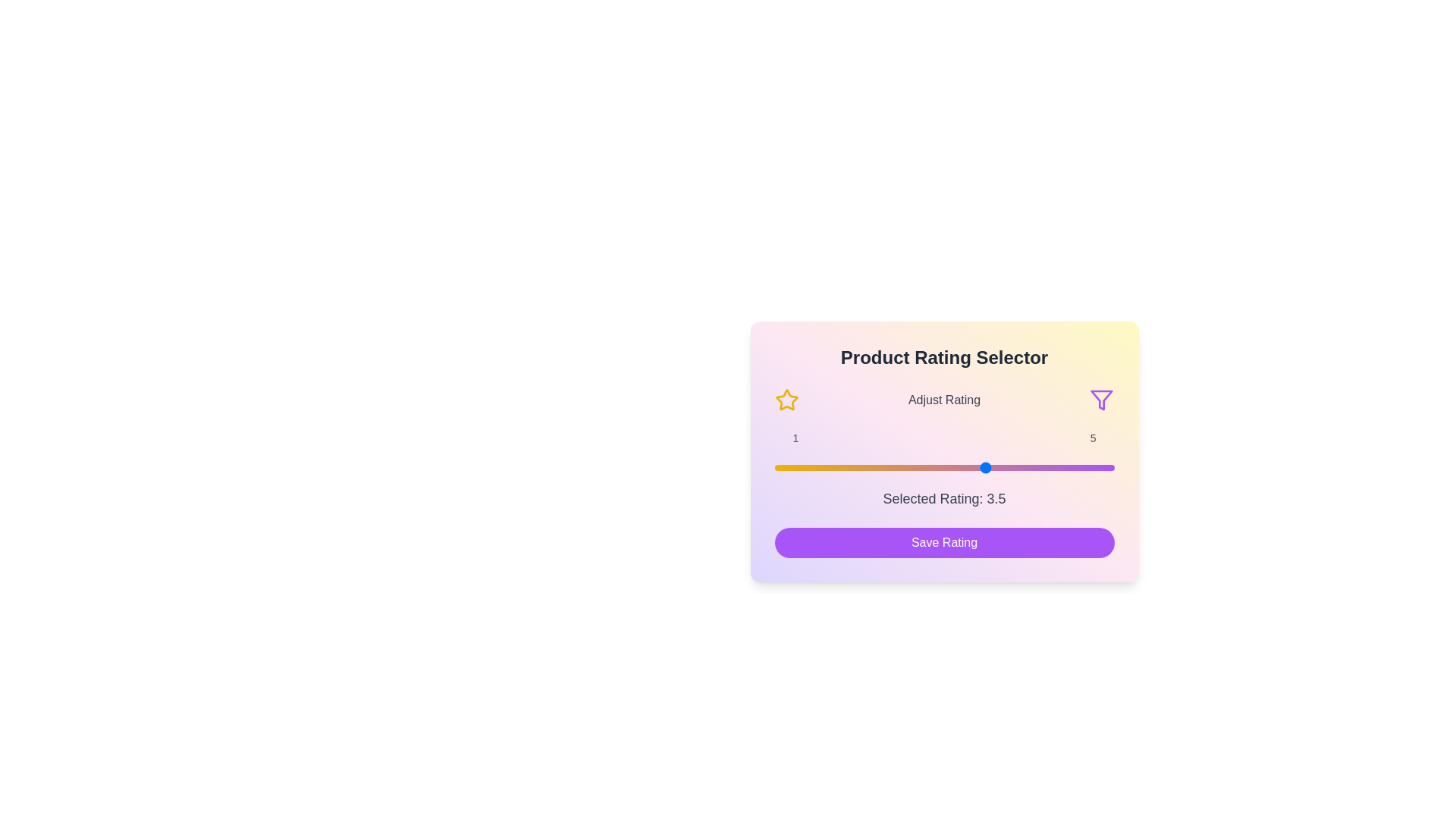 This screenshot has width=1456, height=819. What do you see at coordinates (859, 467) in the screenshot?
I see `the rating slider to set the rating to 2` at bounding box center [859, 467].